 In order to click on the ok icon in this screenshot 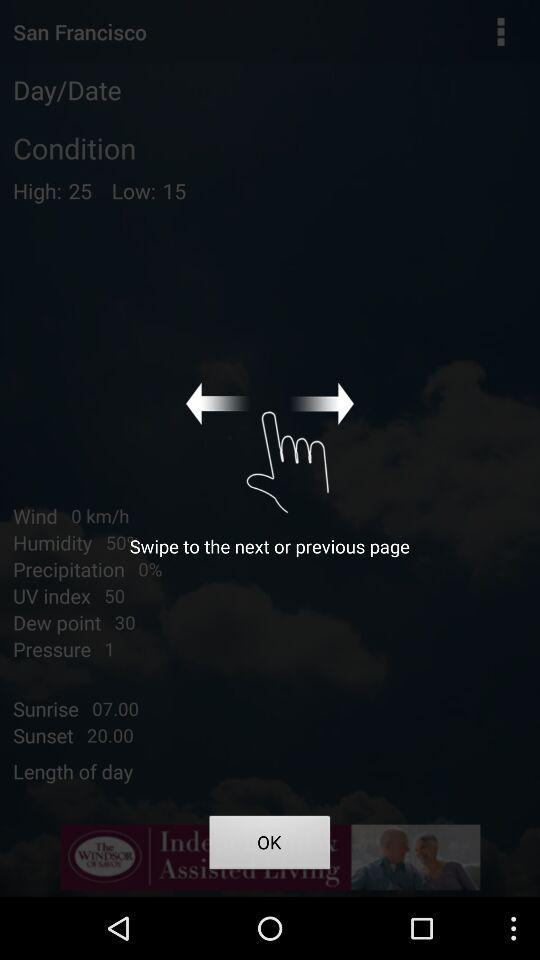, I will do `click(270, 844)`.